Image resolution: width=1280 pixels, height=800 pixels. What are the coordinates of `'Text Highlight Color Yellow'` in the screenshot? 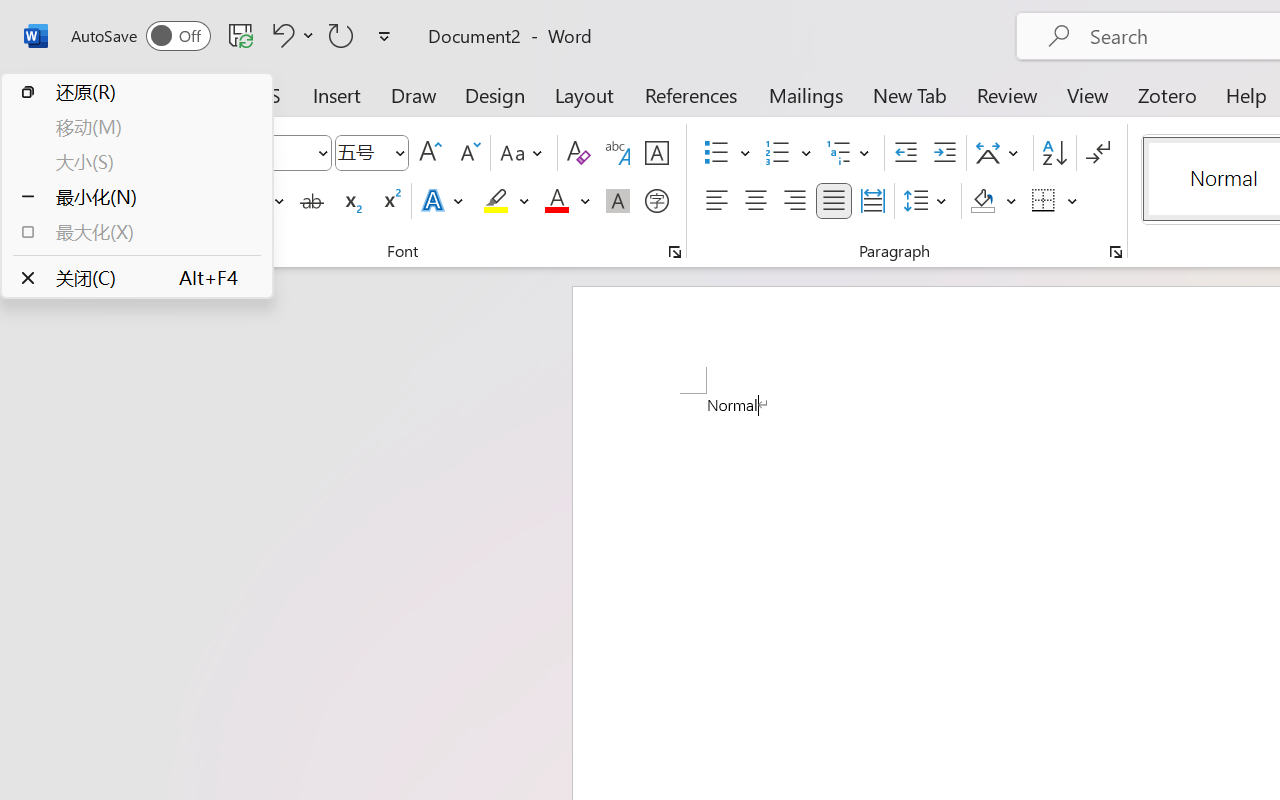 It's located at (496, 201).